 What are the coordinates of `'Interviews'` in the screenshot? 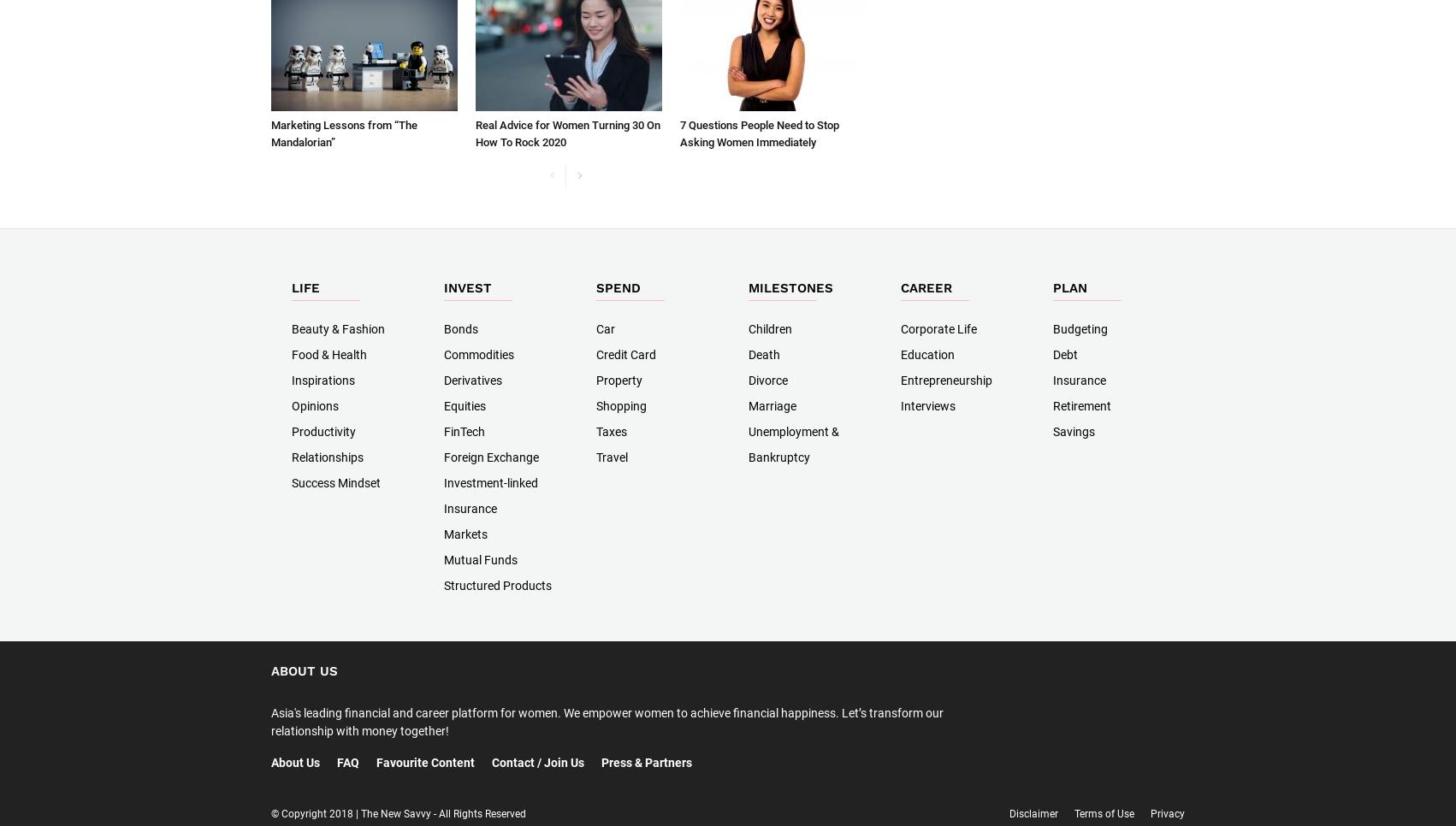 It's located at (927, 405).